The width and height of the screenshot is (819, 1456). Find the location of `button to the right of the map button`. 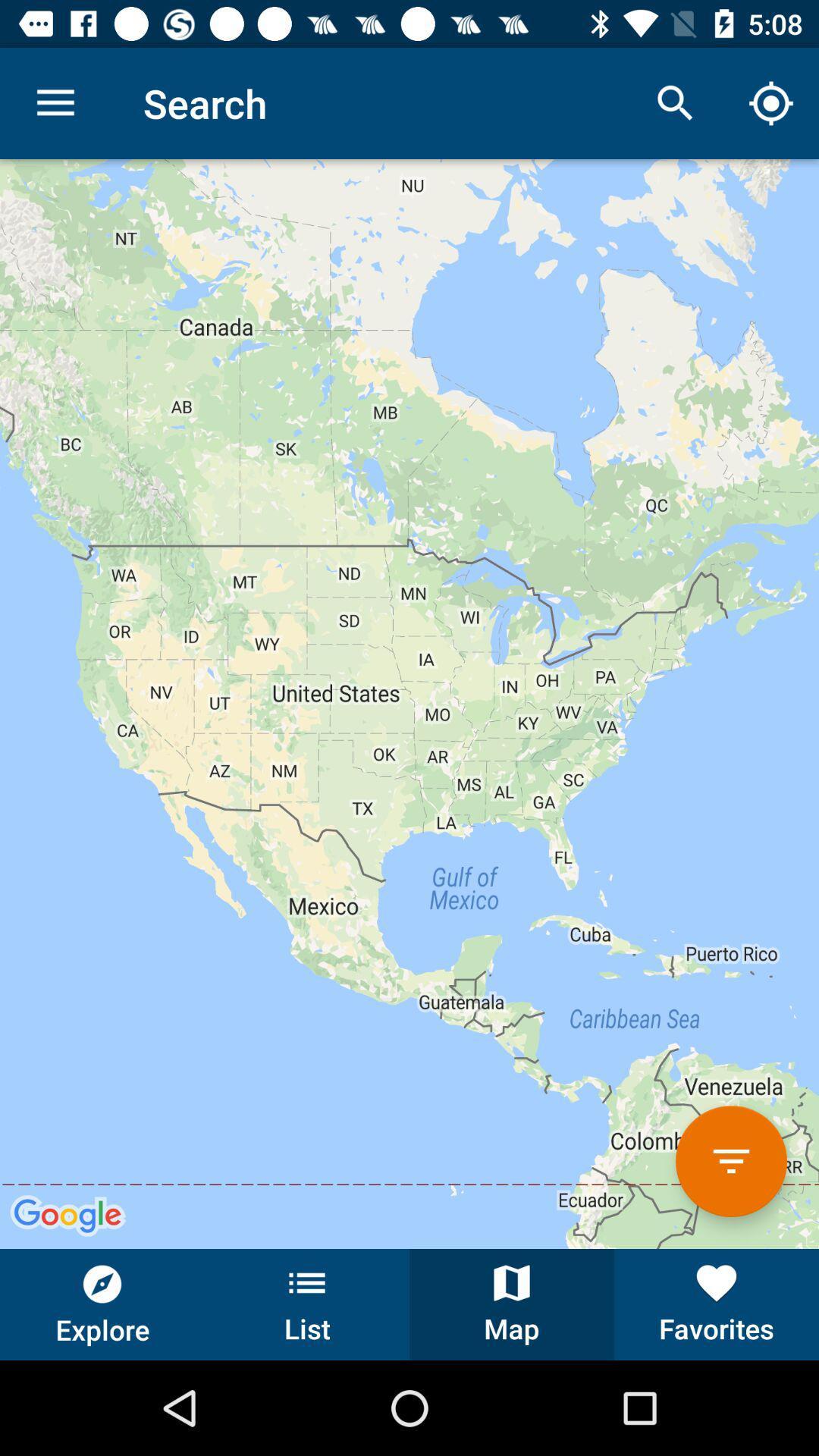

button to the right of the map button is located at coordinates (717, 1304).